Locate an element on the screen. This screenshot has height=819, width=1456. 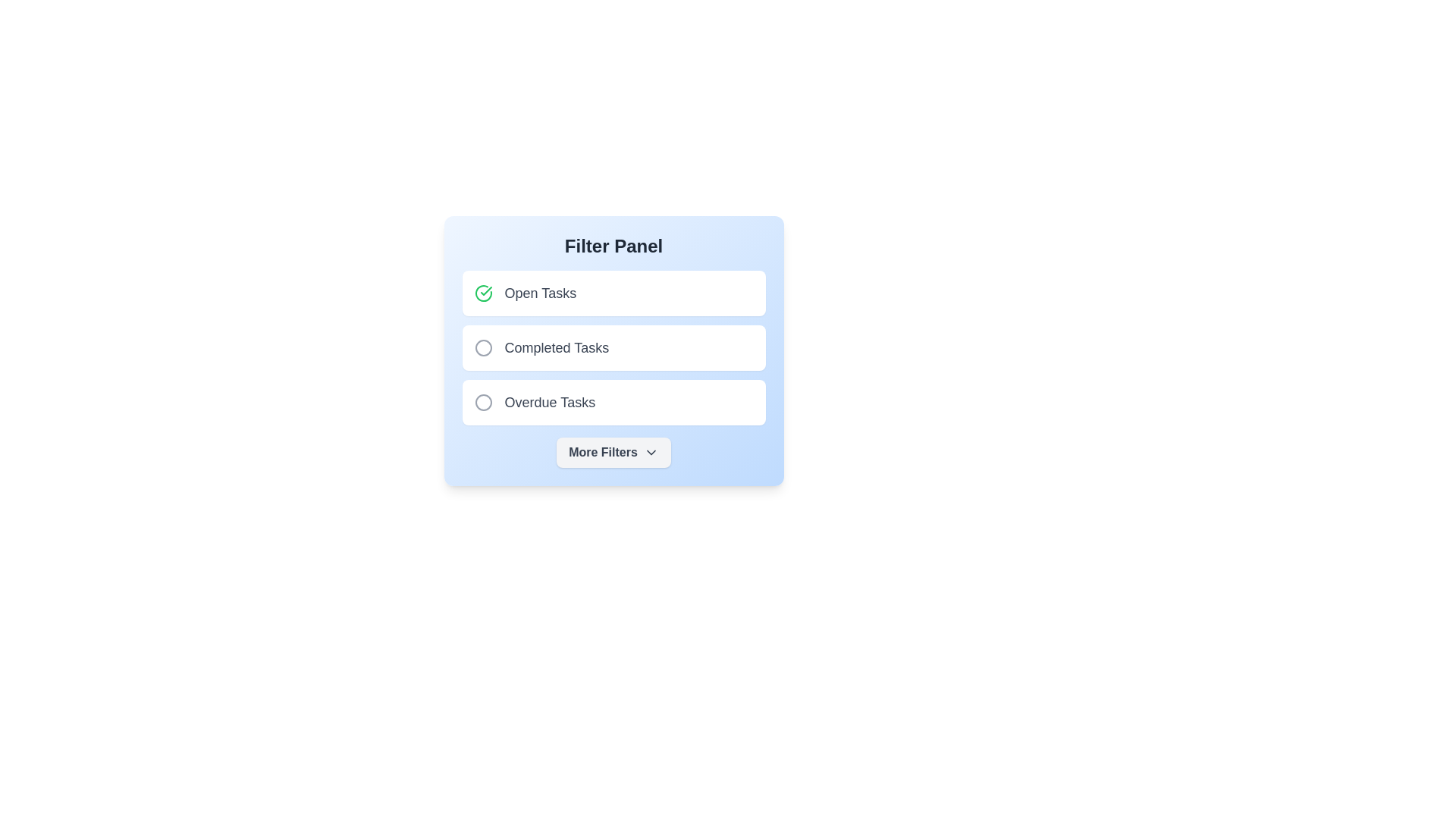
the filter item Open Tasks to highlight it is located at coordinates (482, 293).